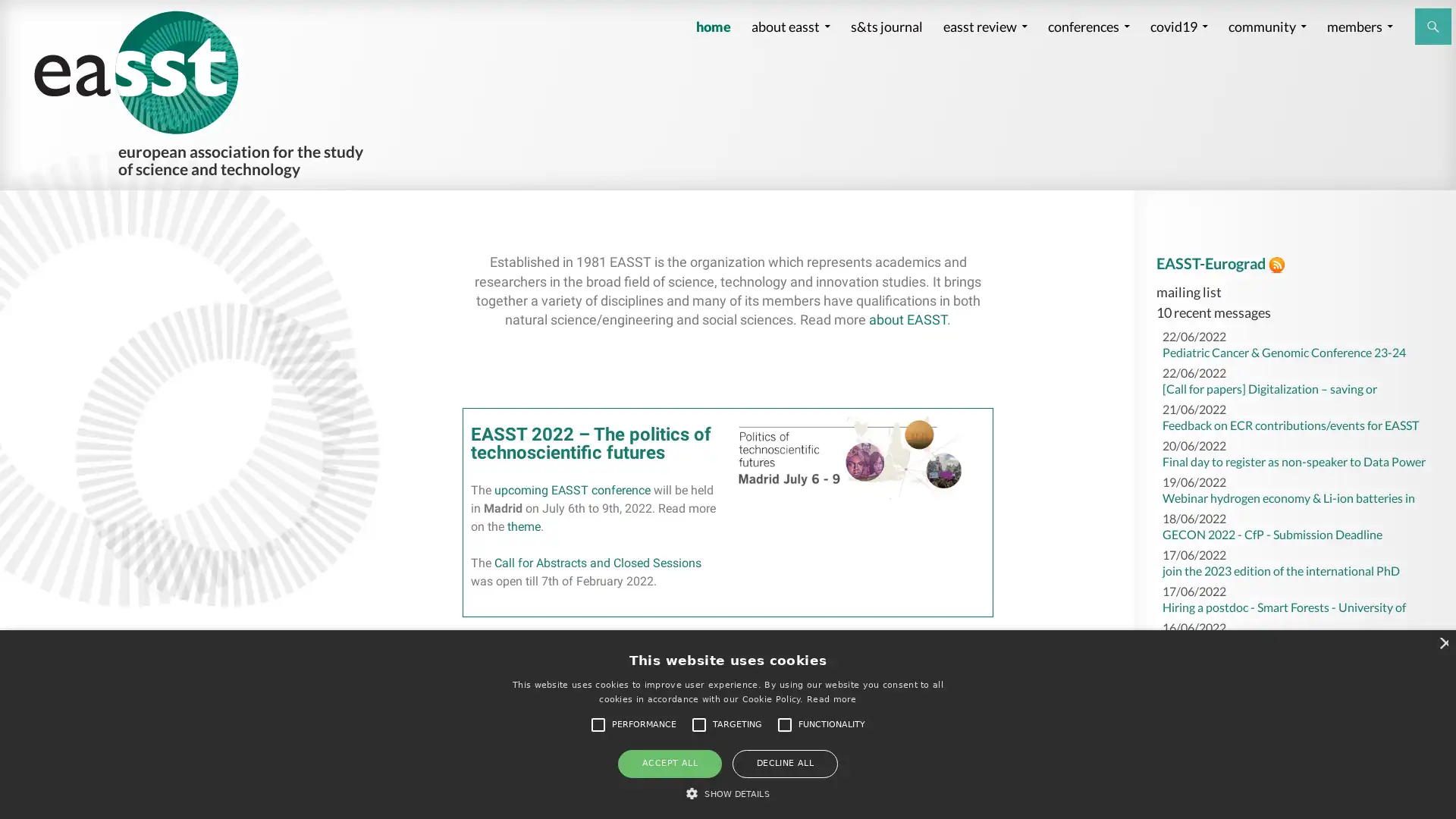  I want to click on DECLINE ALL, so click(785, 763).